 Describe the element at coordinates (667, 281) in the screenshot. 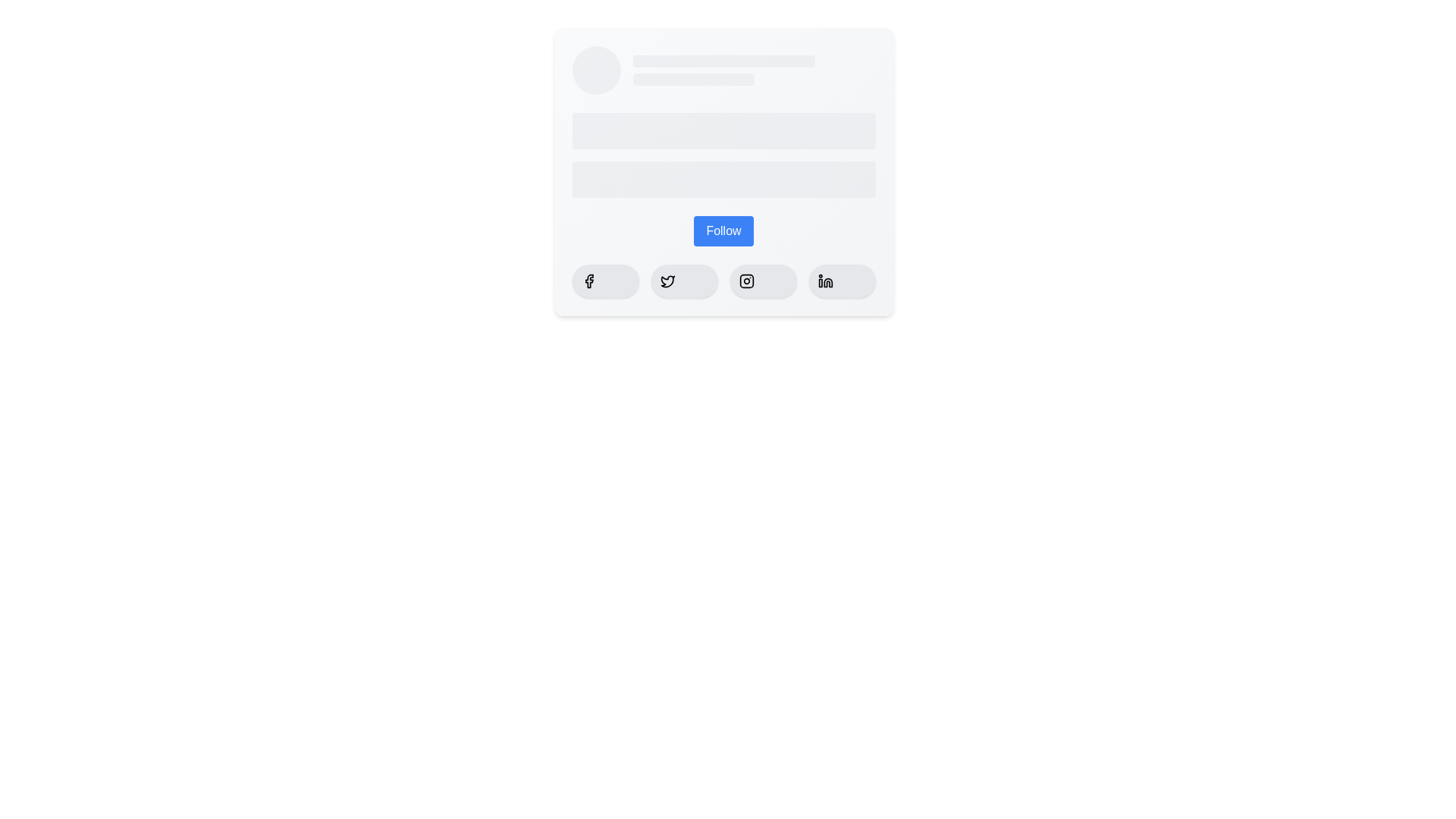

I see `the Twitter icon, which is a simplistic bird logo located within a circular button` at that location.